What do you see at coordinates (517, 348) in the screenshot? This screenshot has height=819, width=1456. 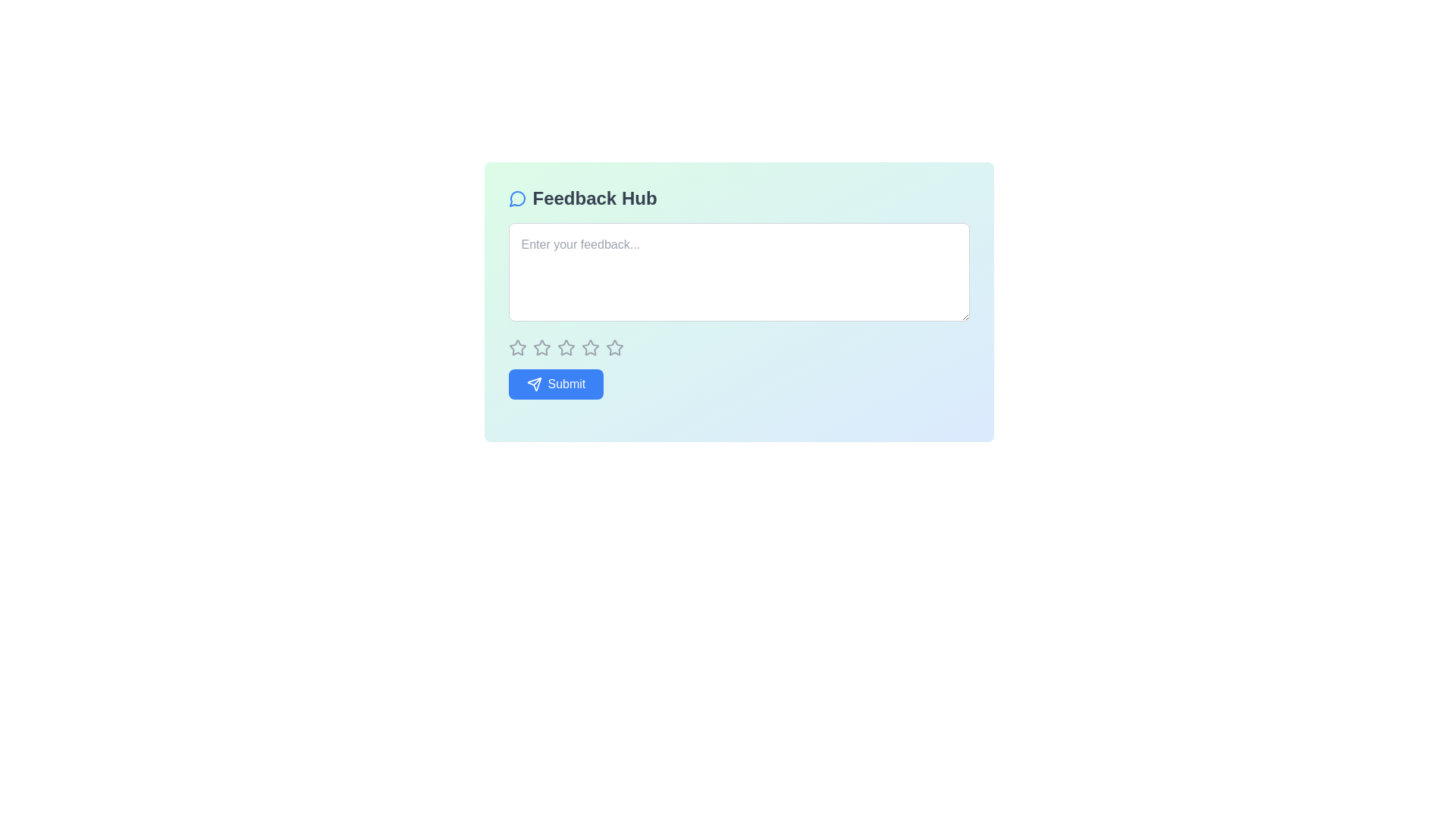 I see `the first star icon in the horizontal group of 5 rating stars` at bounding box center [517, 348].